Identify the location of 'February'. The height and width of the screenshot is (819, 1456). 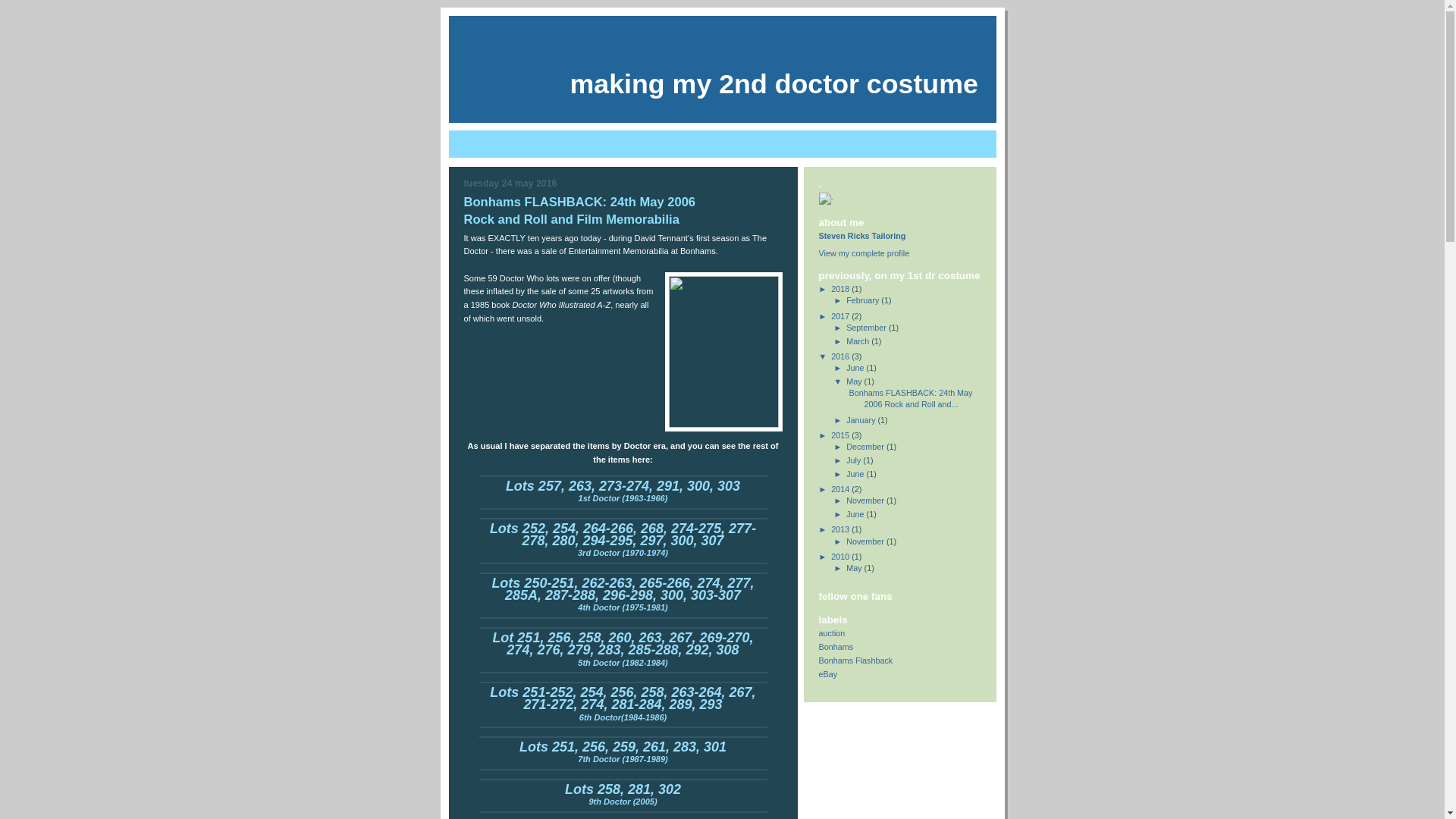
(863, 300).